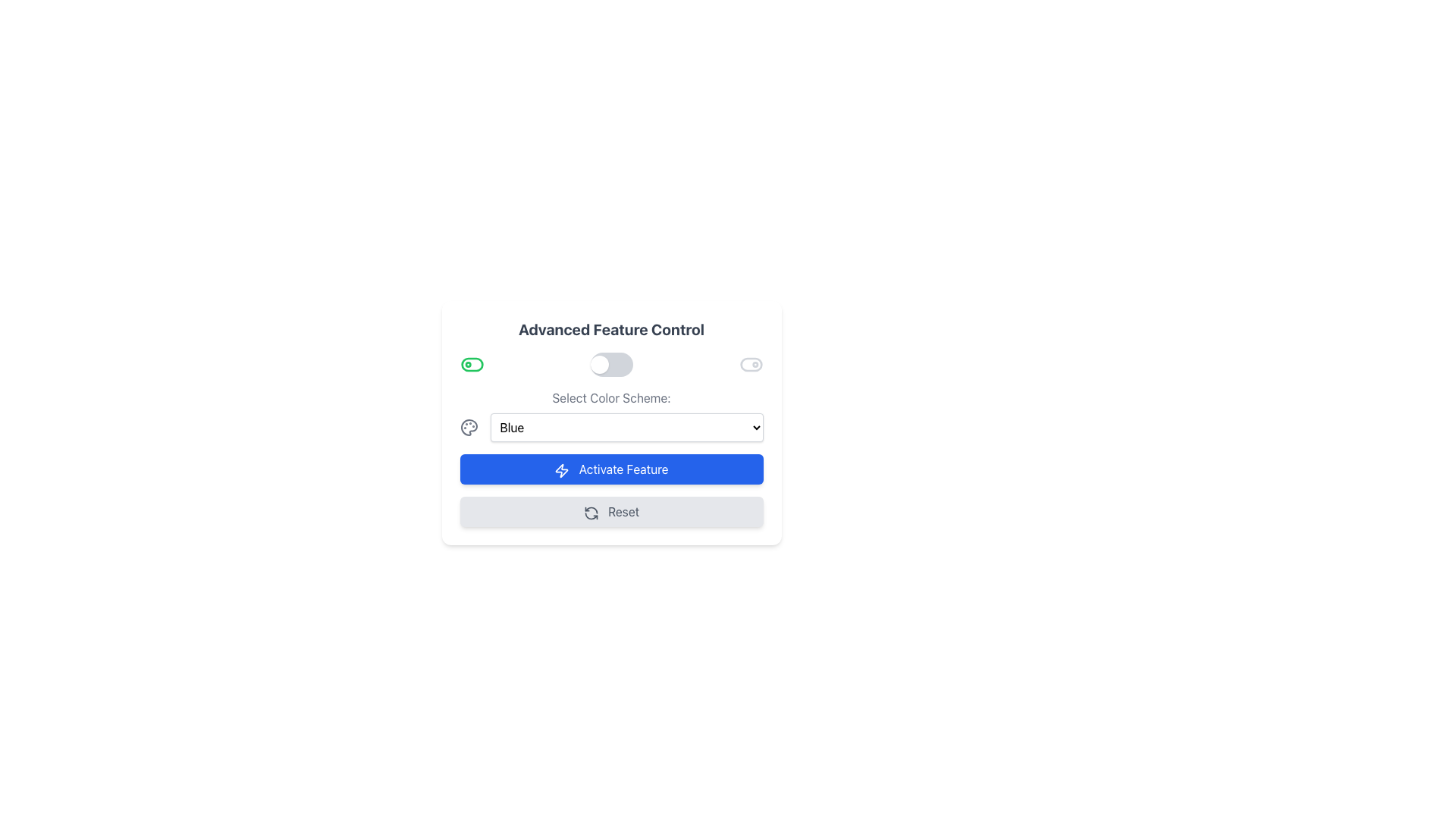 This screenshot has width=1456, height=819. I want to click on the dropdown menu labeled 'Blue', so click(626, 427).